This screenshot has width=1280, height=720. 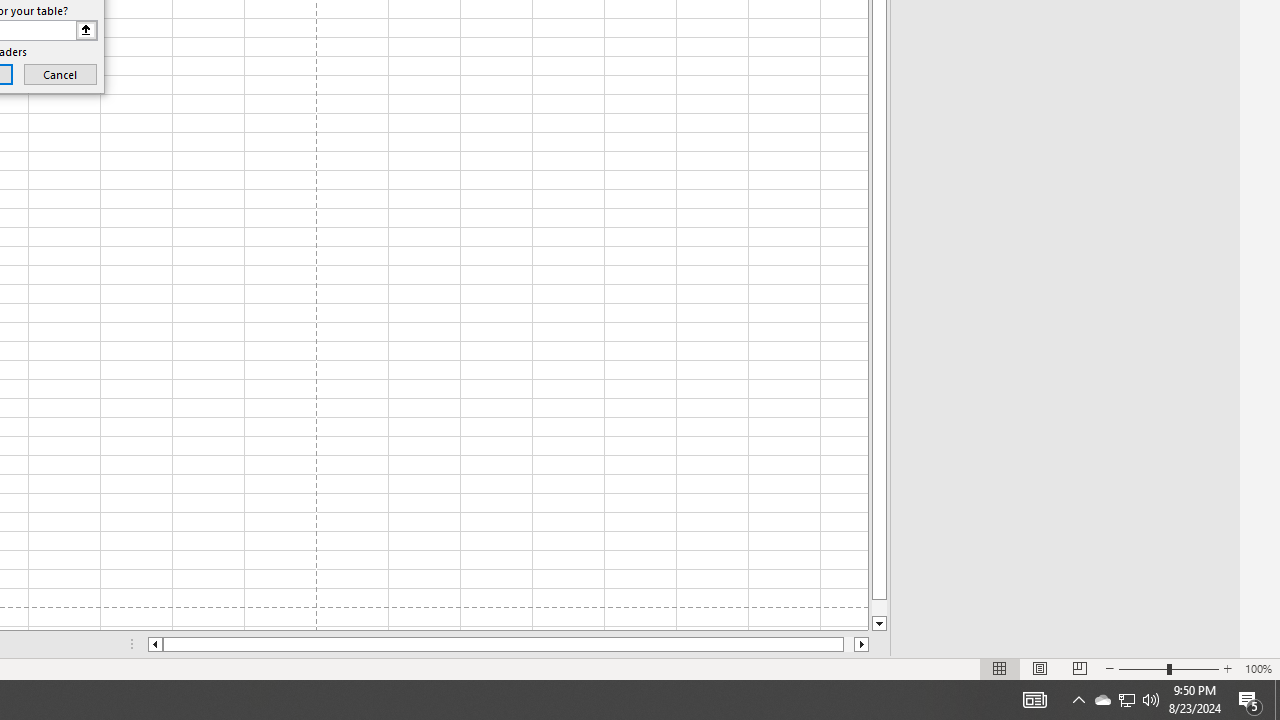 I want to click on 'Page down', so click(x=879, y=607).